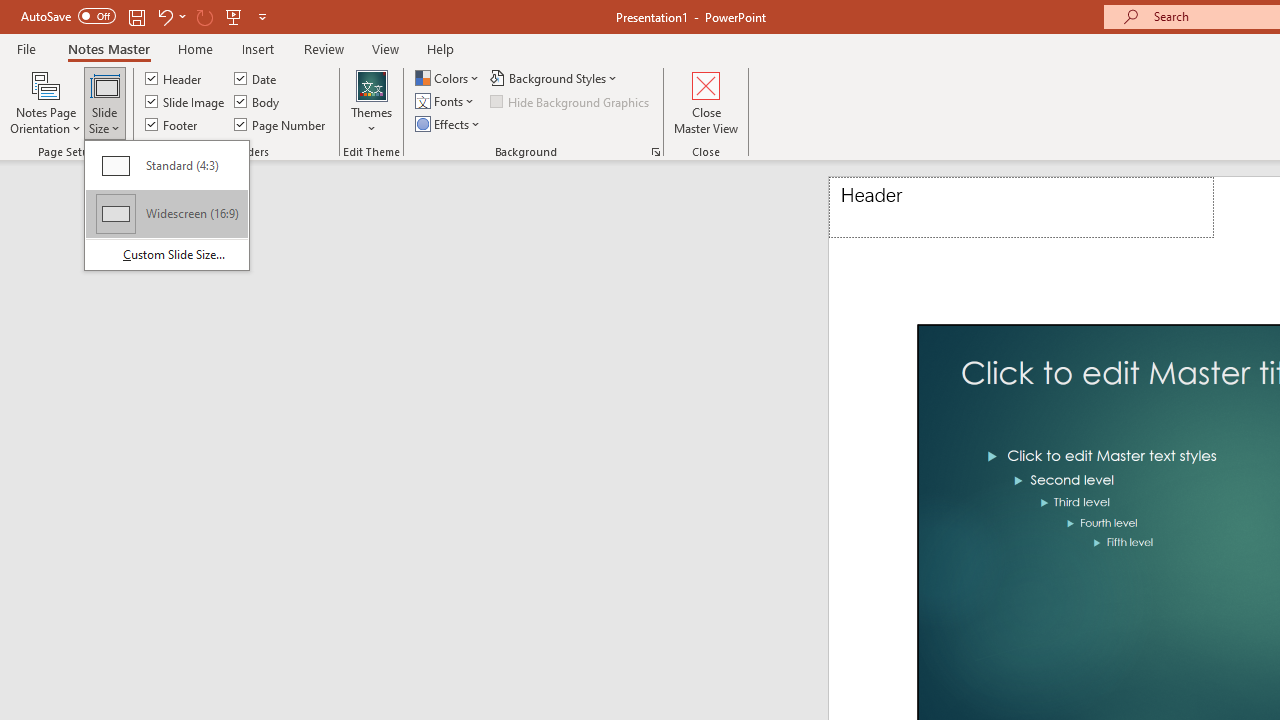 This screenshot has width=1280, height=720. I want to click on 'Close Master View', so click(706, 103).